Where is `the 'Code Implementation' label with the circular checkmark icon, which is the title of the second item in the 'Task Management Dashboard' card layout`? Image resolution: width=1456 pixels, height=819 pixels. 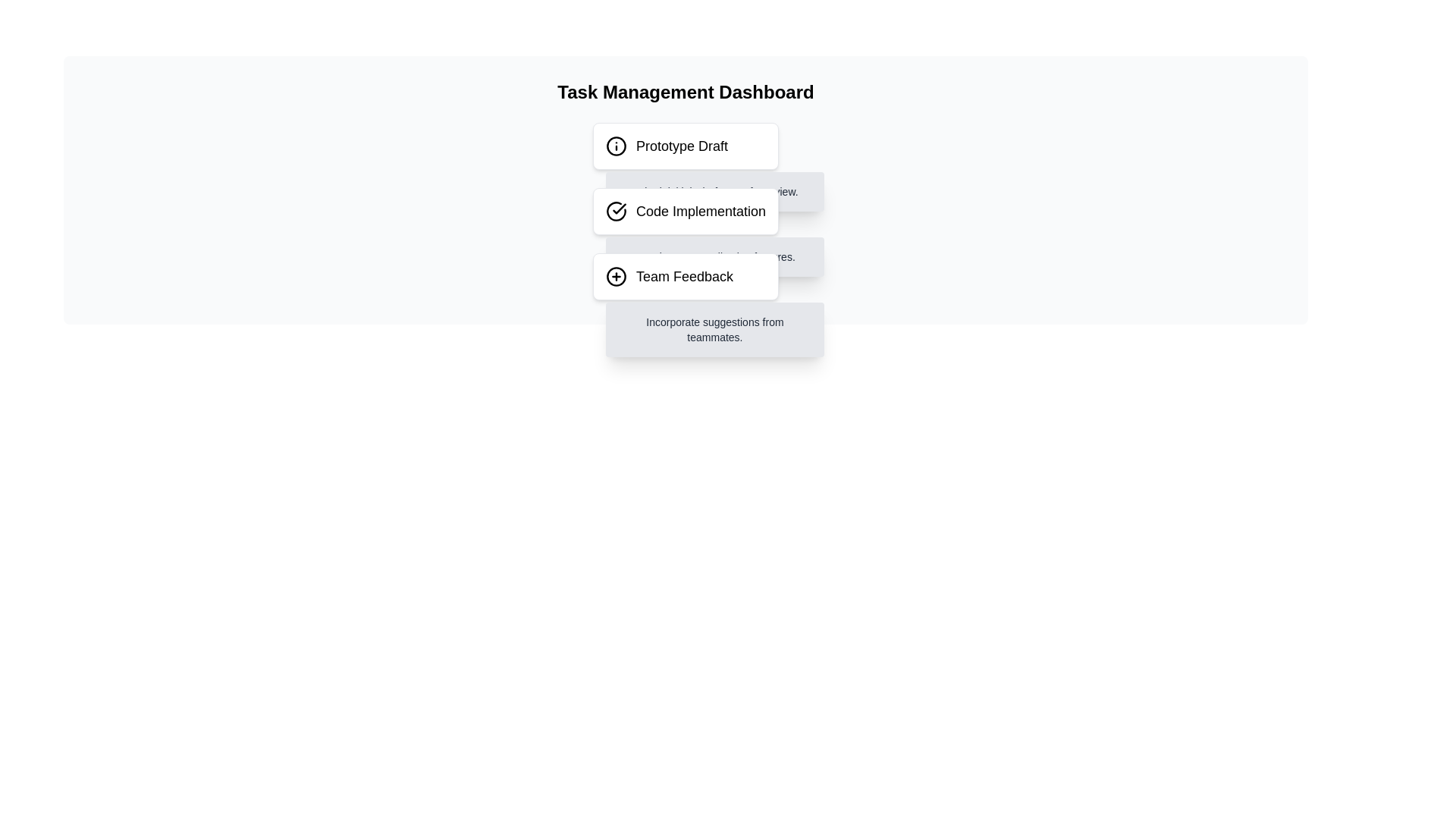 the 'Code Implementation' label with the circular checkmark icon, which is the title of the second item in the 'Task Management Dashboard' card layout is located at coordinates (685, 211).